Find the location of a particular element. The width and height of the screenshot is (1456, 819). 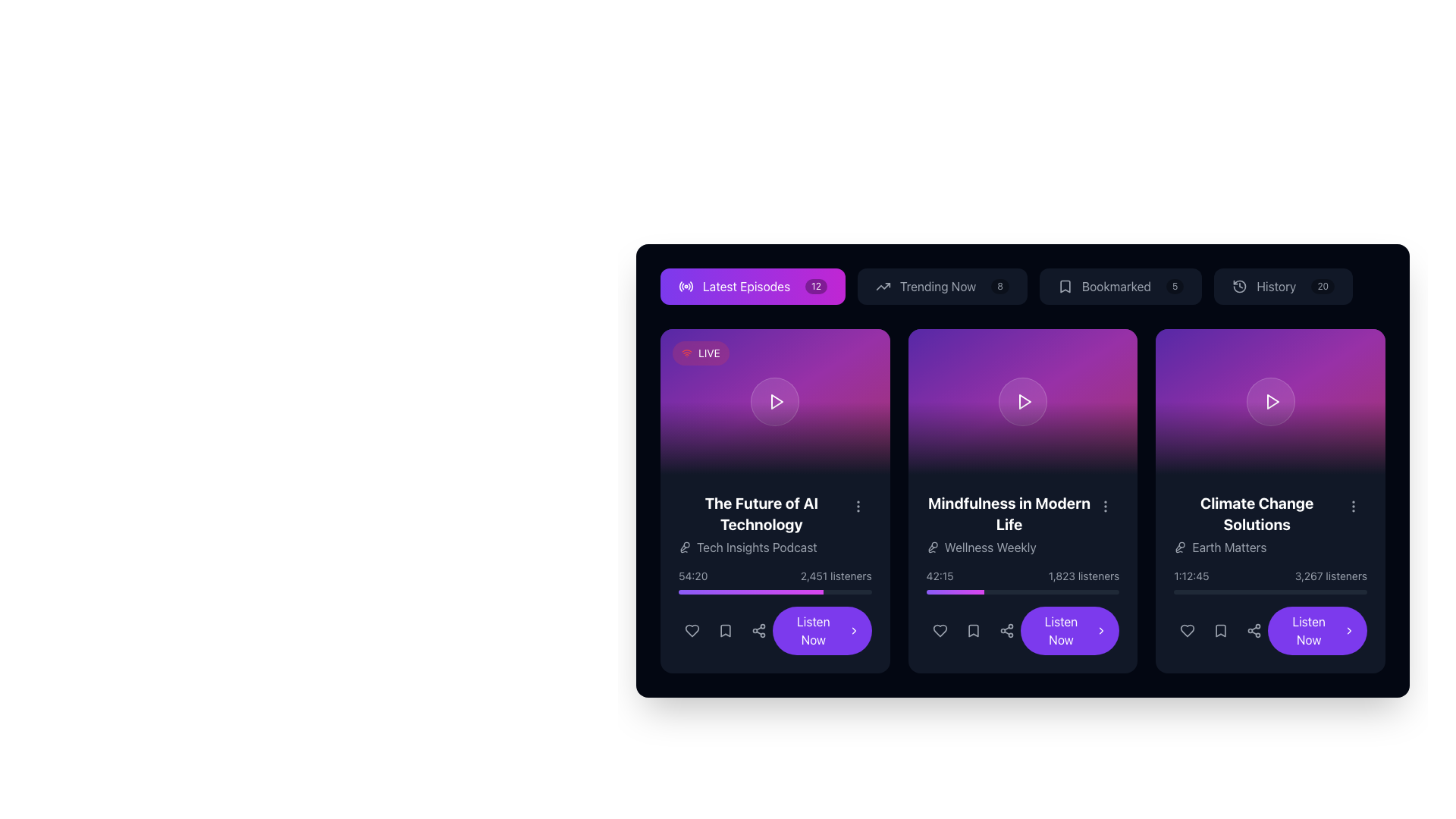

the text display section that shows the title and subtitle for 'Climate Change Solutions', located at the bottom of the third card in the horizontal list is located at coordinates (1270, 523).